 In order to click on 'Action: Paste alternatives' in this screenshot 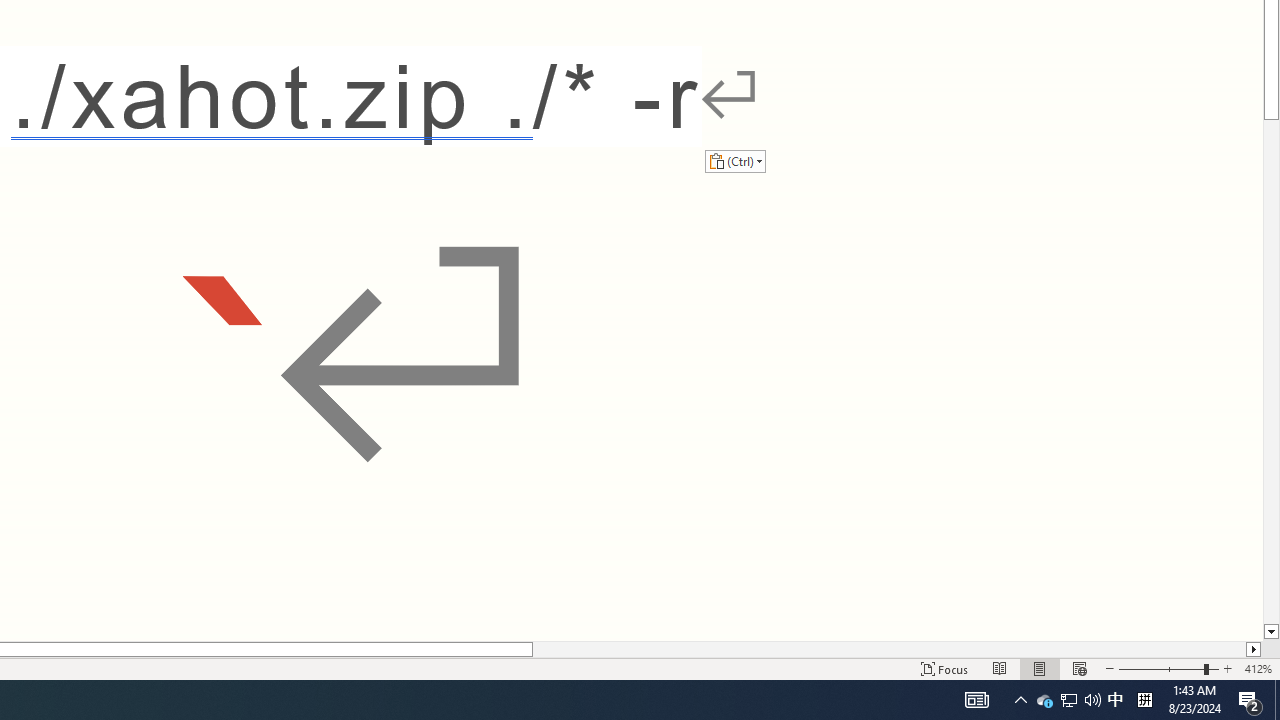, I will do `click(734, 160)`.